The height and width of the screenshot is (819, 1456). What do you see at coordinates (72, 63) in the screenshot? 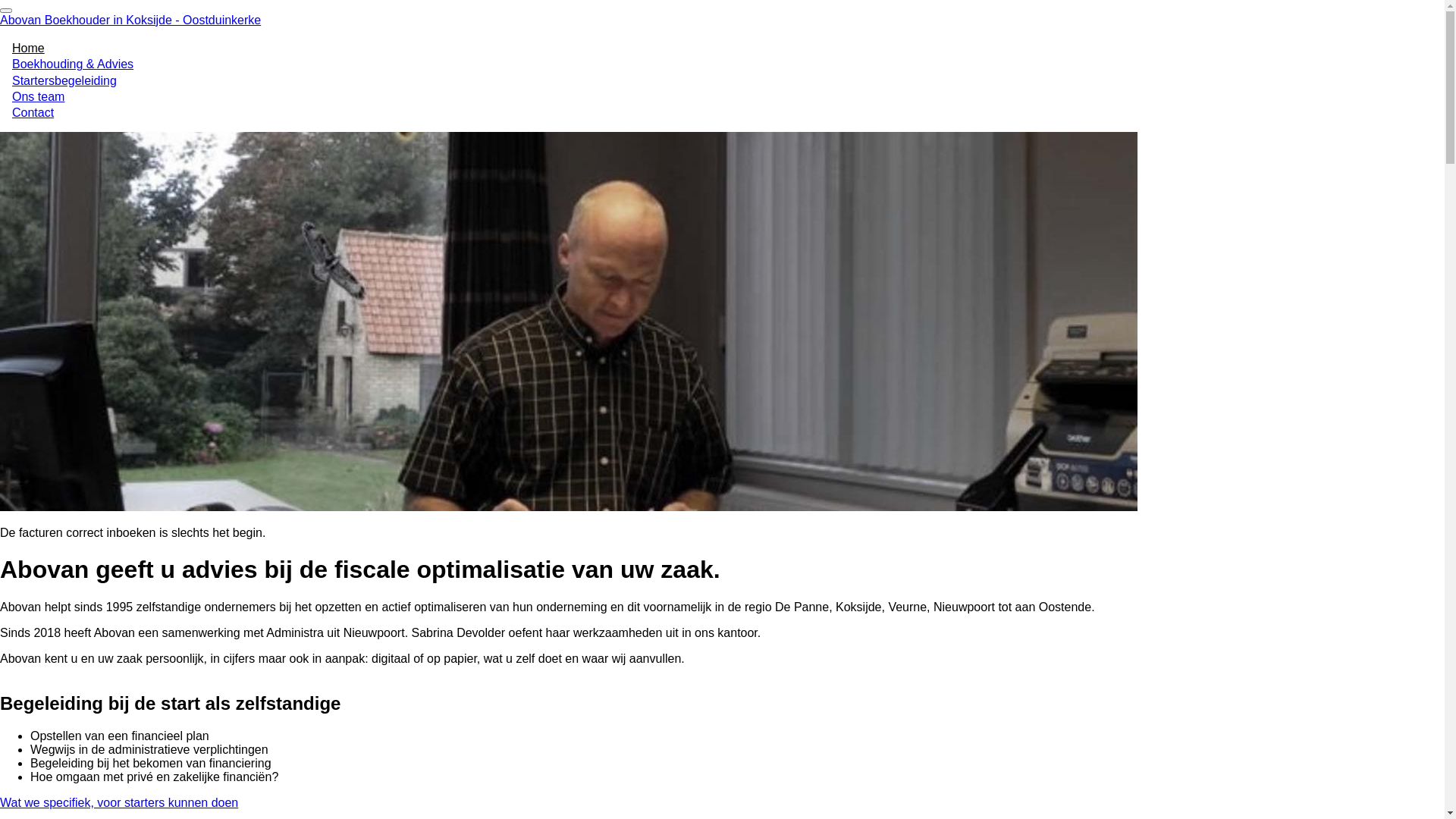
I see `'Boekhouding & Advies'` at bounding box center [72, 63].